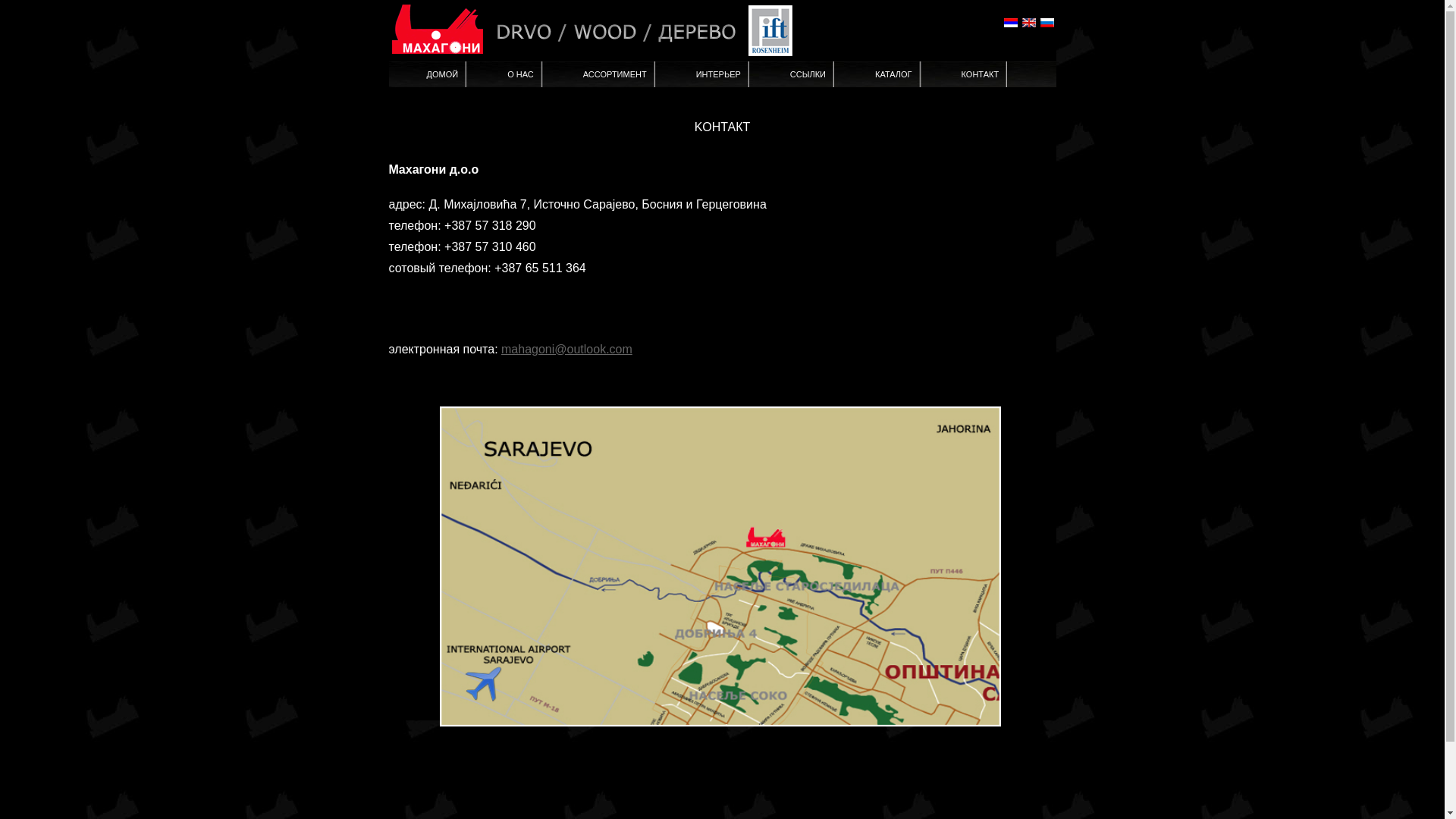  I want to click on 'mahagoni@outlook.com', so click(566, 349).